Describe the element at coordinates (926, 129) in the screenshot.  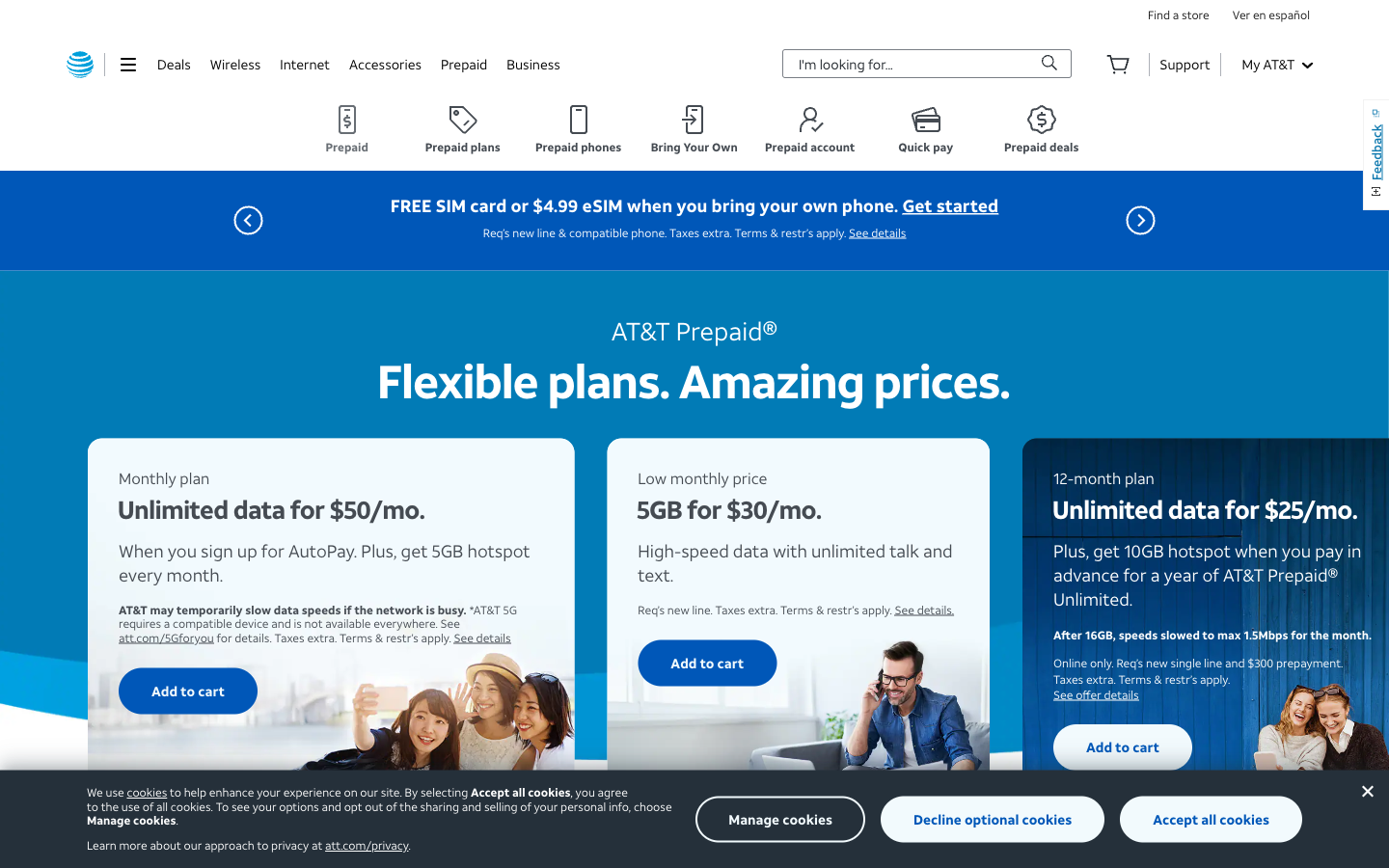
I see `the "Quick Pay" section` at that location.